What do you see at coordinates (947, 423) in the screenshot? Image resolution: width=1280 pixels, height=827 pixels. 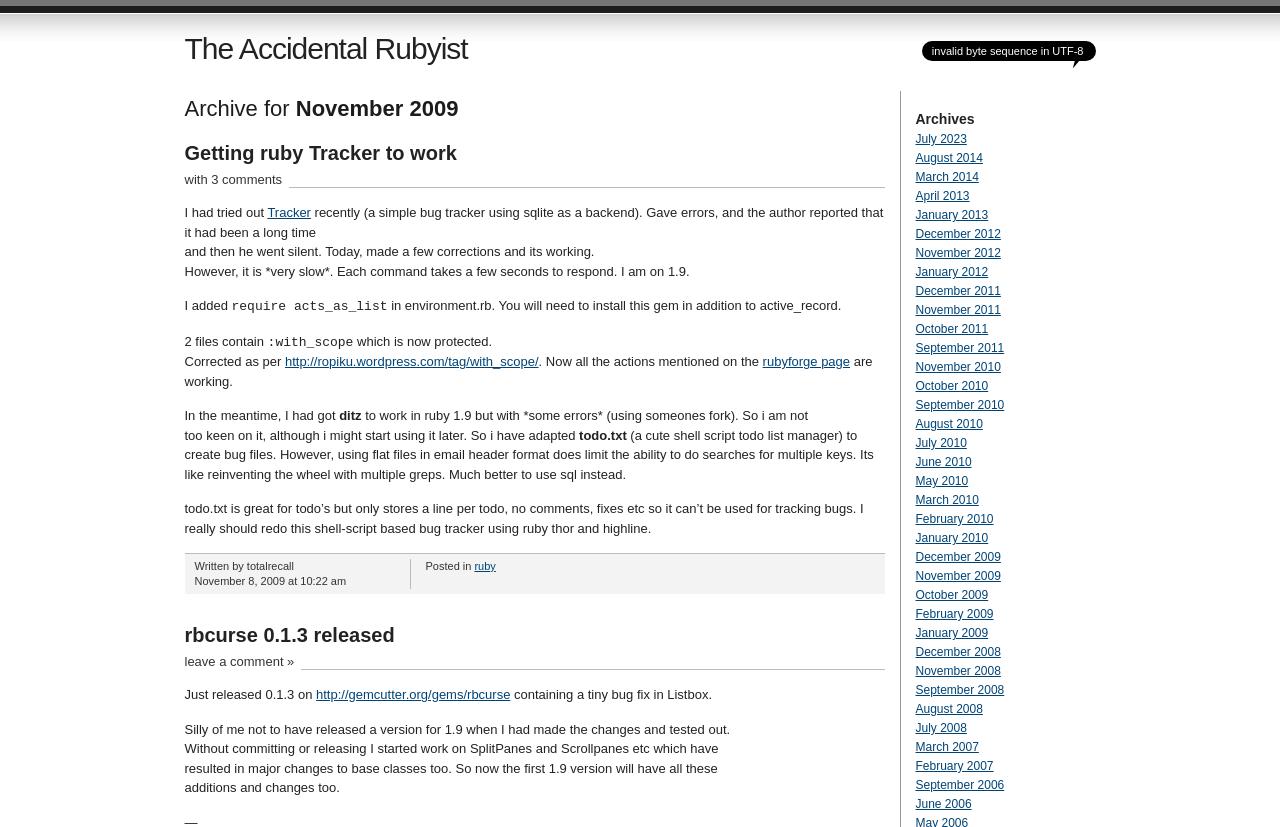 I see `'August 2010'` at bounding box center [947, 423].